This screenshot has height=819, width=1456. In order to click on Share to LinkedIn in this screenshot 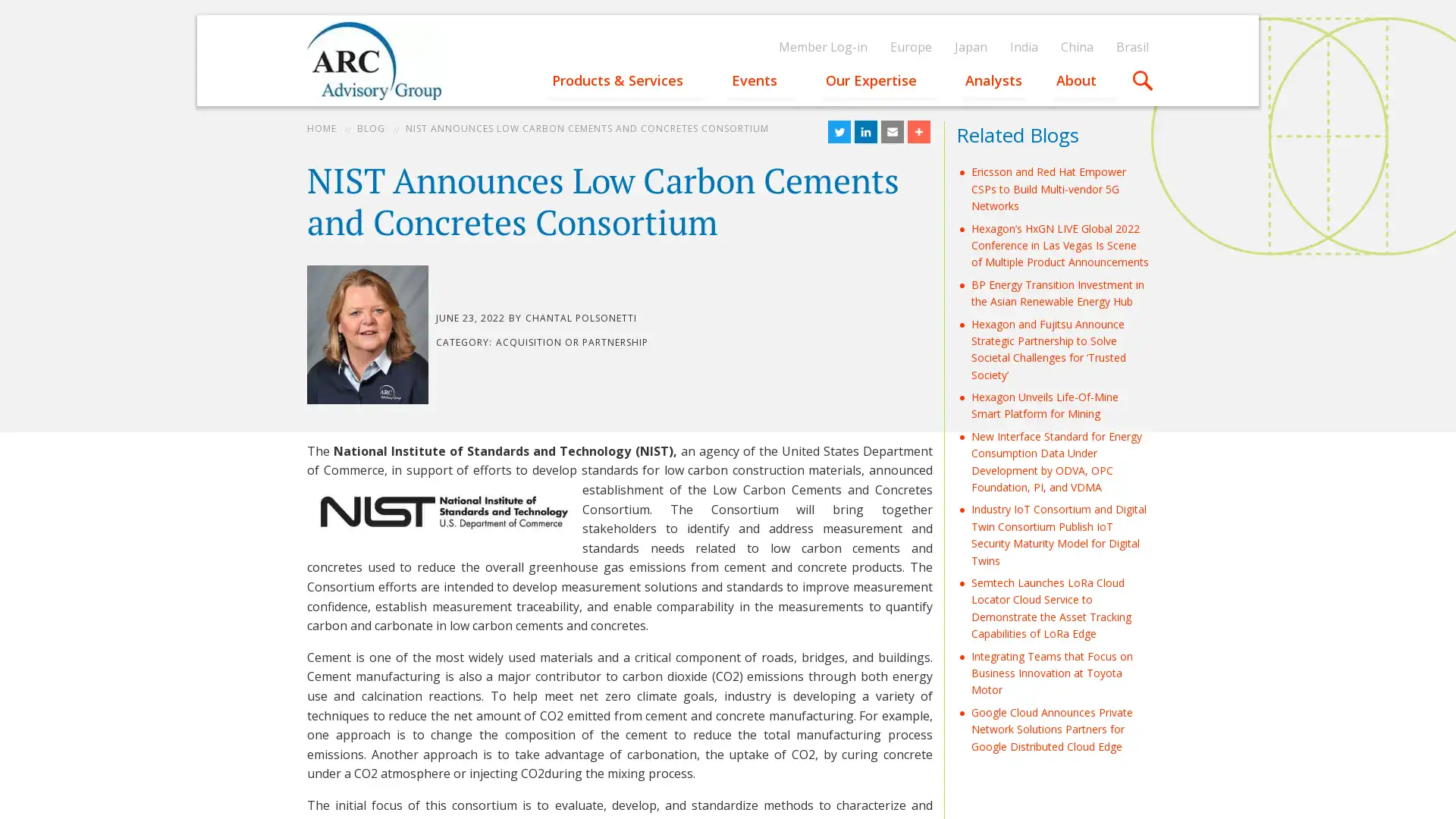, I will do `click(868, 130)`.